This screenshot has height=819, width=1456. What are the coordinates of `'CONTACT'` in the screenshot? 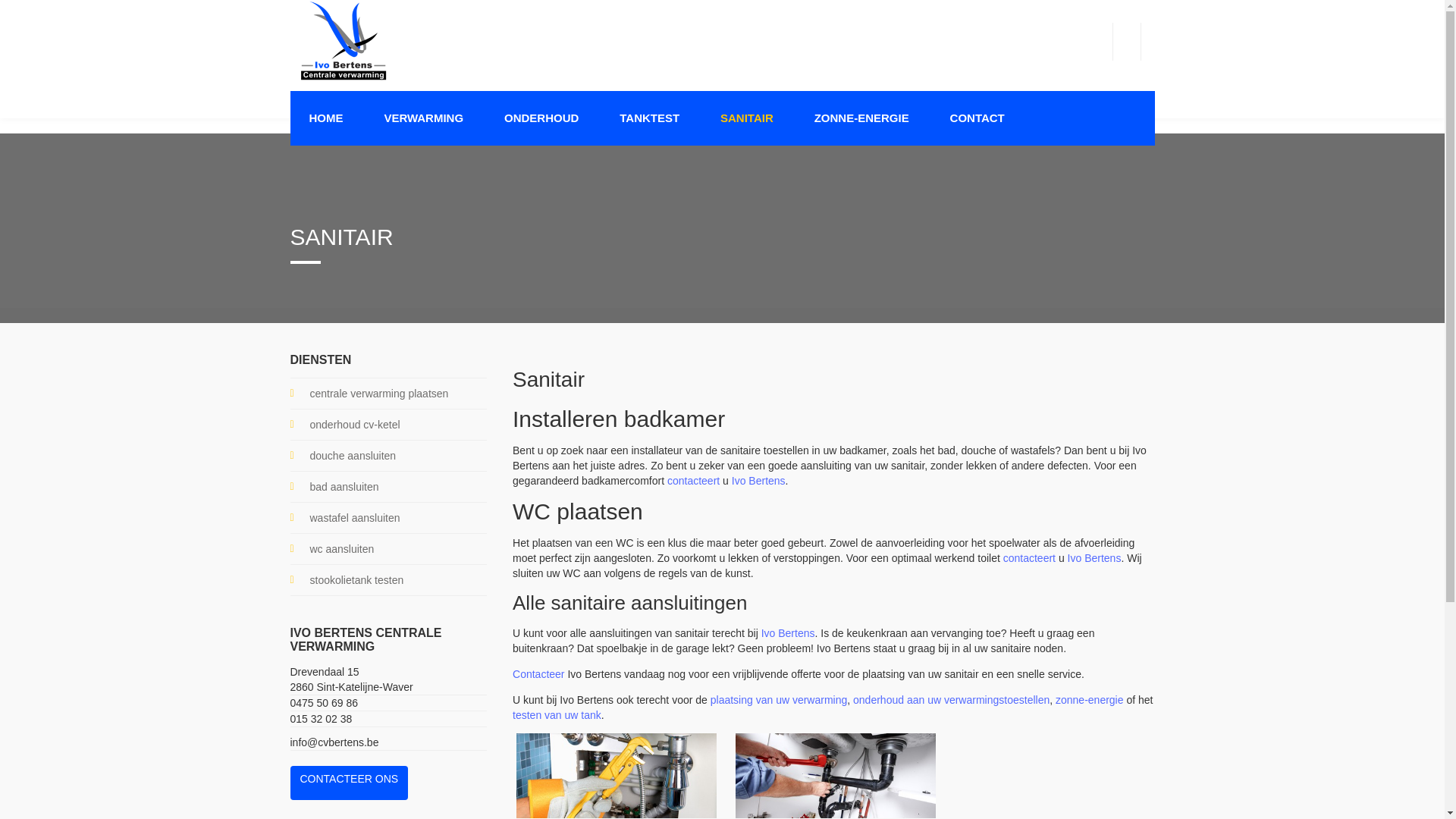 It's located at (977, 117).